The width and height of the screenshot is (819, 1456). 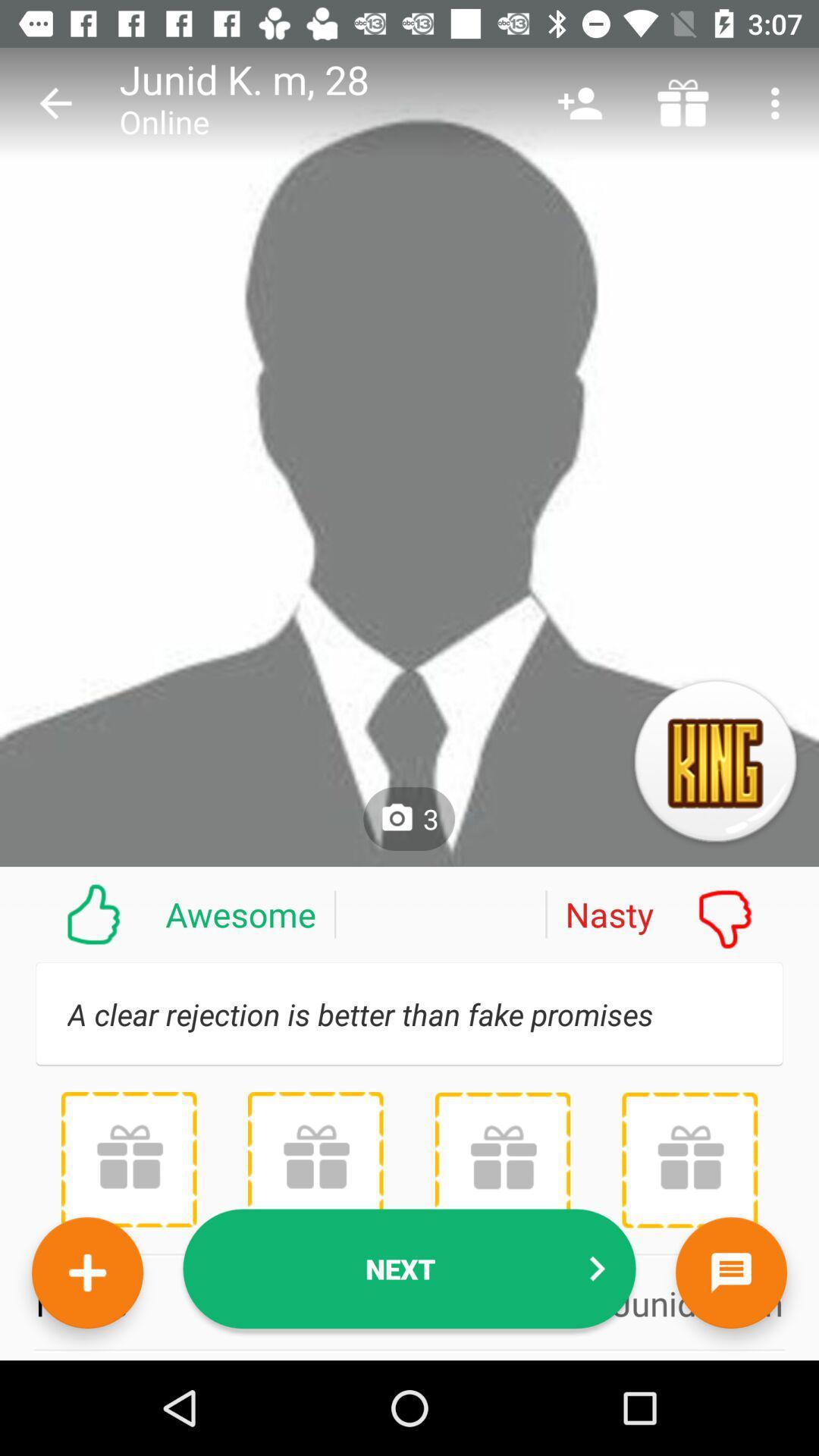 What do you see at coordinates (55, 102) in the screenshot?
I see `item next to junid k.` at bounding box center [55, 102].